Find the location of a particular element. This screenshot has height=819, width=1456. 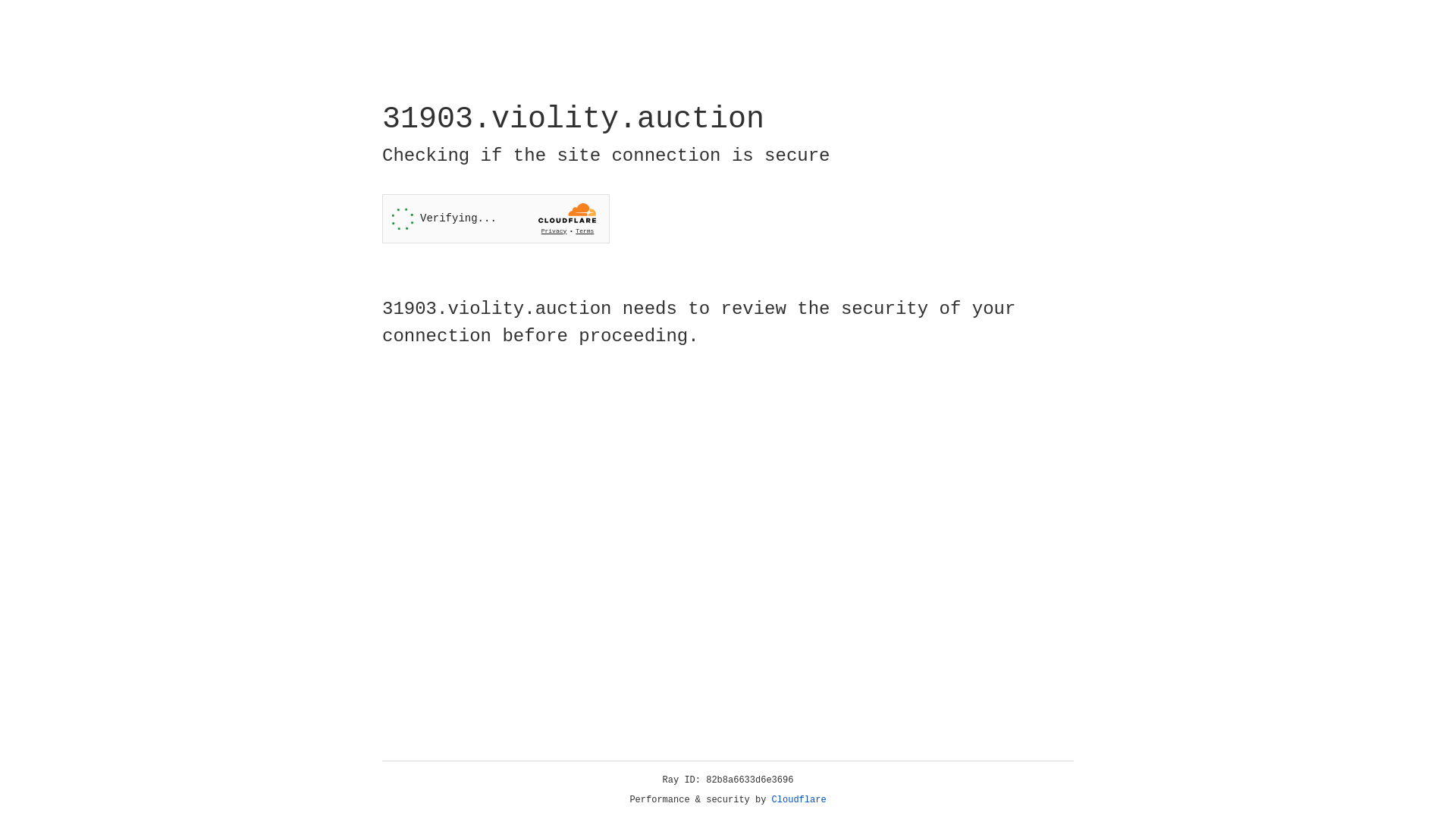

'Cloudflare' is located at coordinates (799, 799).